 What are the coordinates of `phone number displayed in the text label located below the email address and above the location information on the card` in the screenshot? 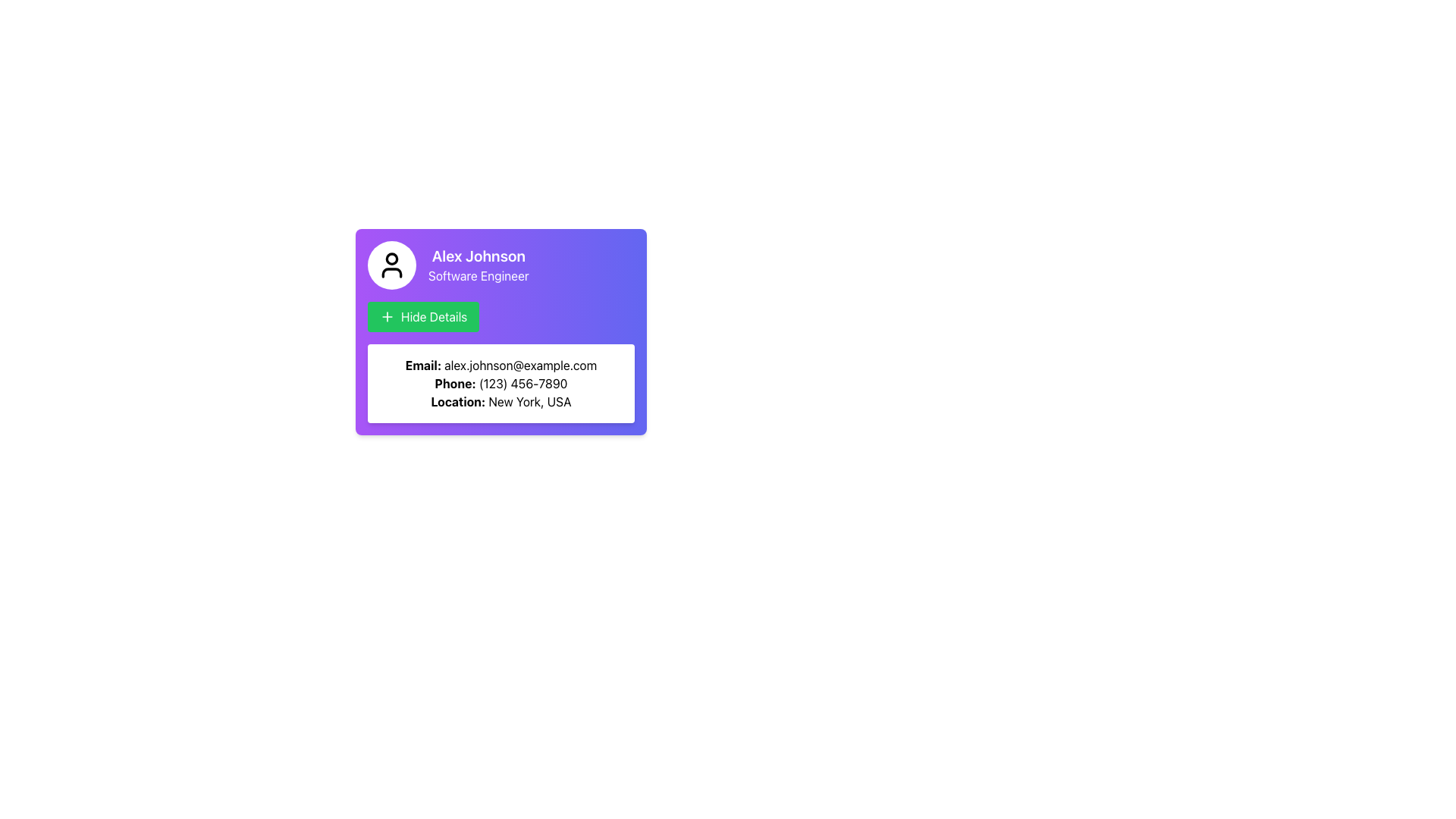 It's located at (501, 382).